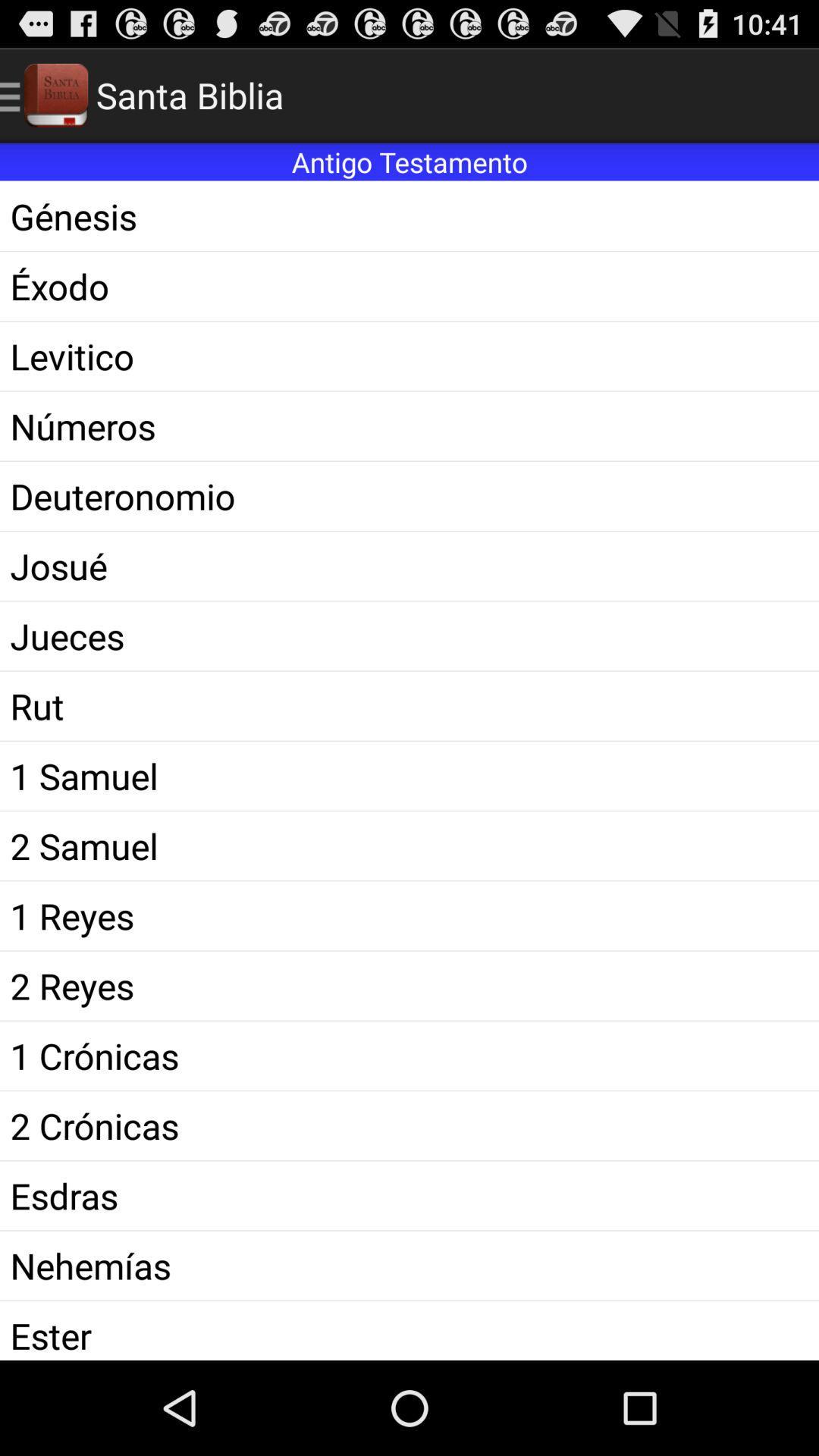 The width and height of the screenshot is (819, 1456). Describe the element at coordinates (409, 915) in the screenshot. I see `1 reyes app` at that location.